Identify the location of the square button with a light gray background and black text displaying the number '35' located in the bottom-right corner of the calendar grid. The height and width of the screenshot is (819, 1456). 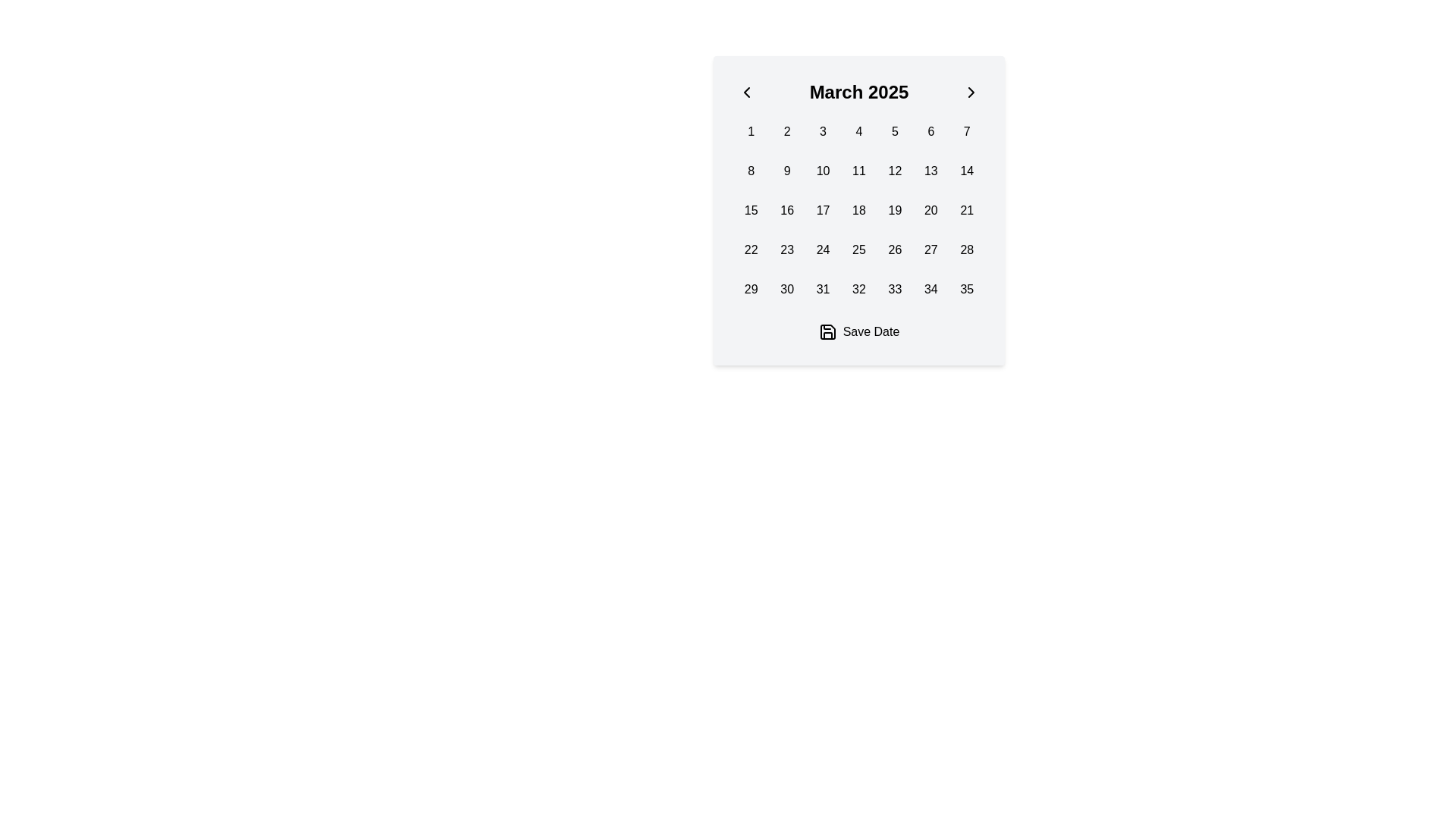
(966, 289).